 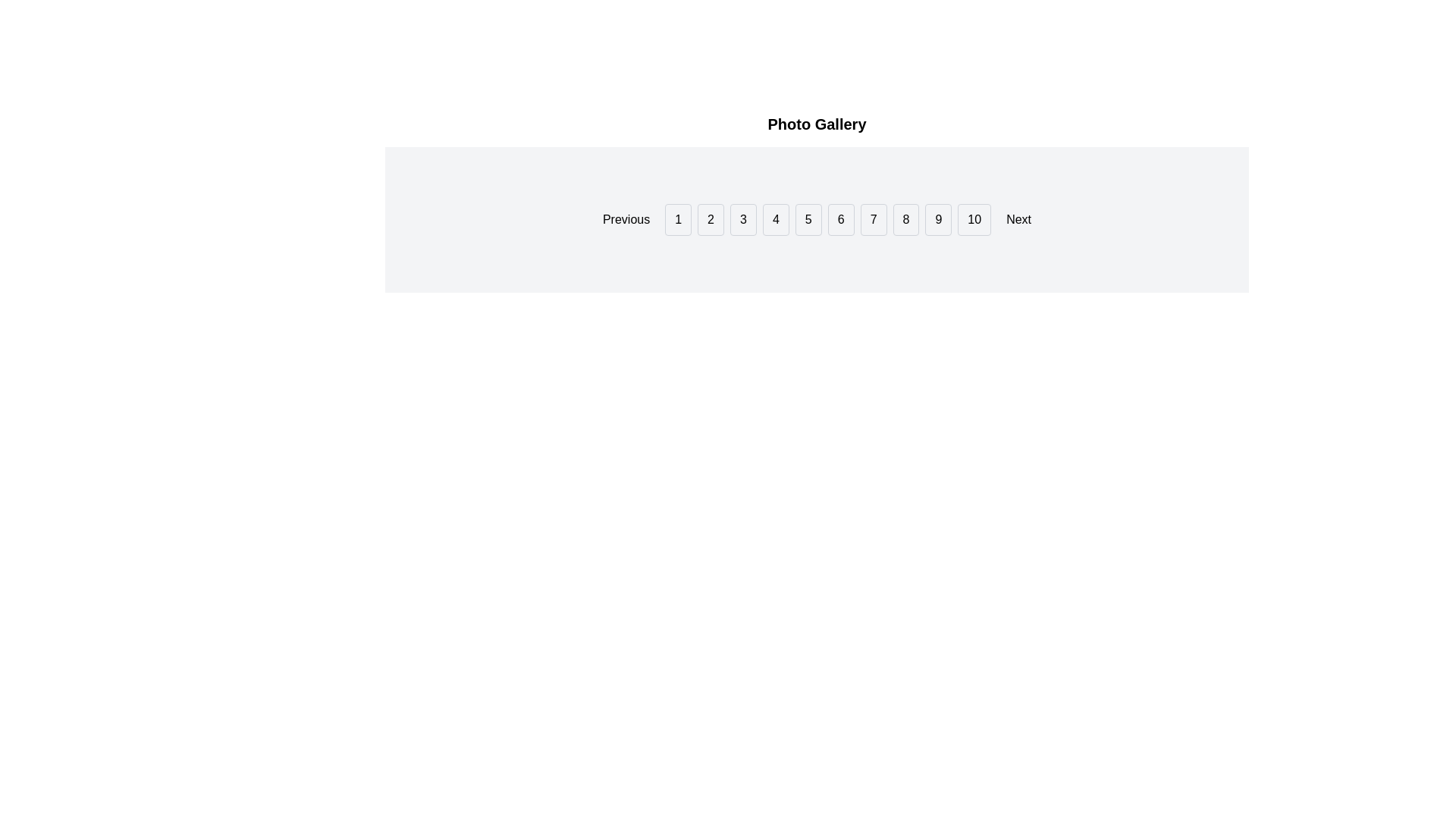 I want to click on the square-shaped button with a light gray background and rounded corners that contains the black numeral '1', so click(x=677, y=219).